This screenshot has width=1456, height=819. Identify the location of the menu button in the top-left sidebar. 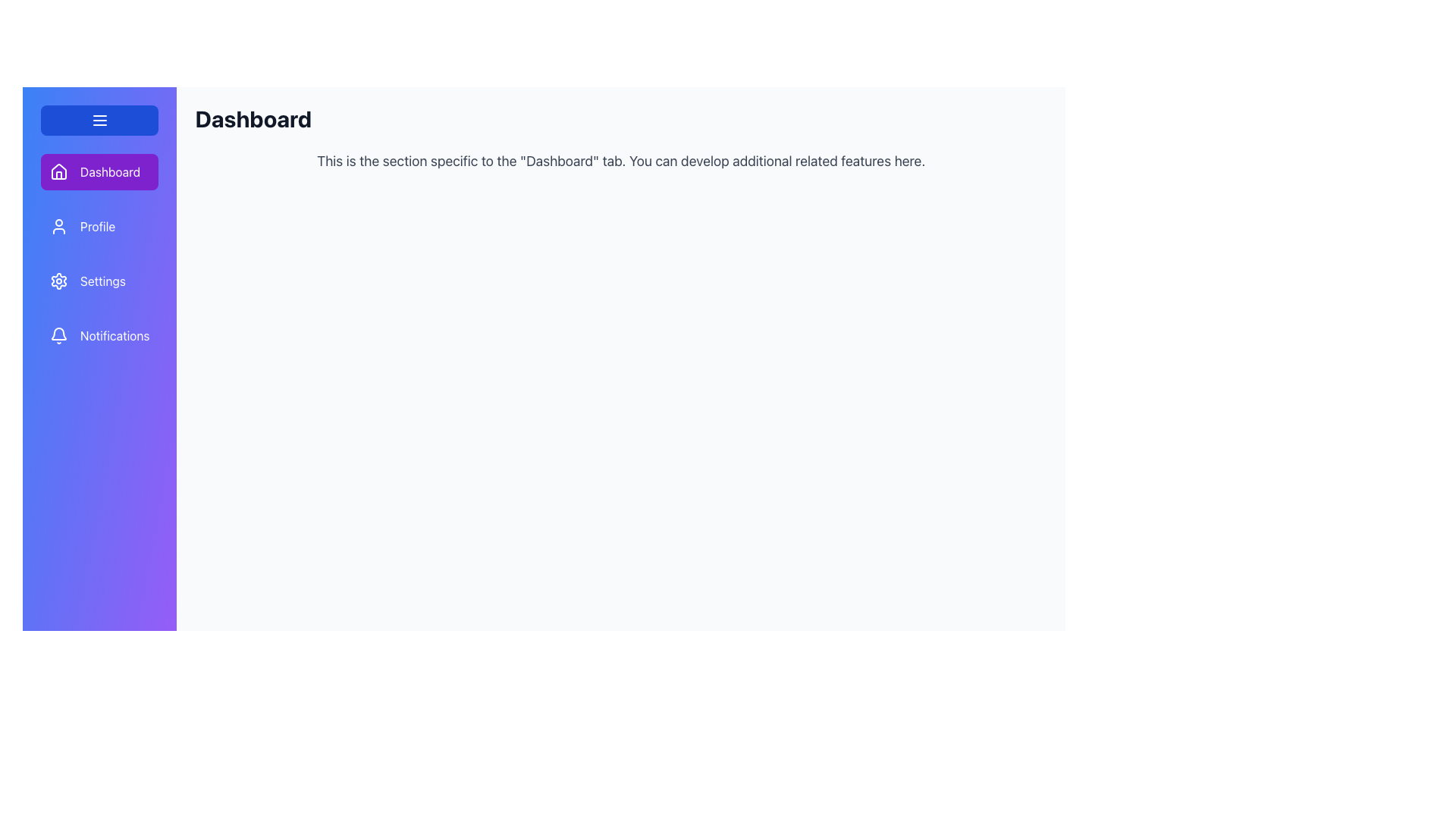
(99, 119).